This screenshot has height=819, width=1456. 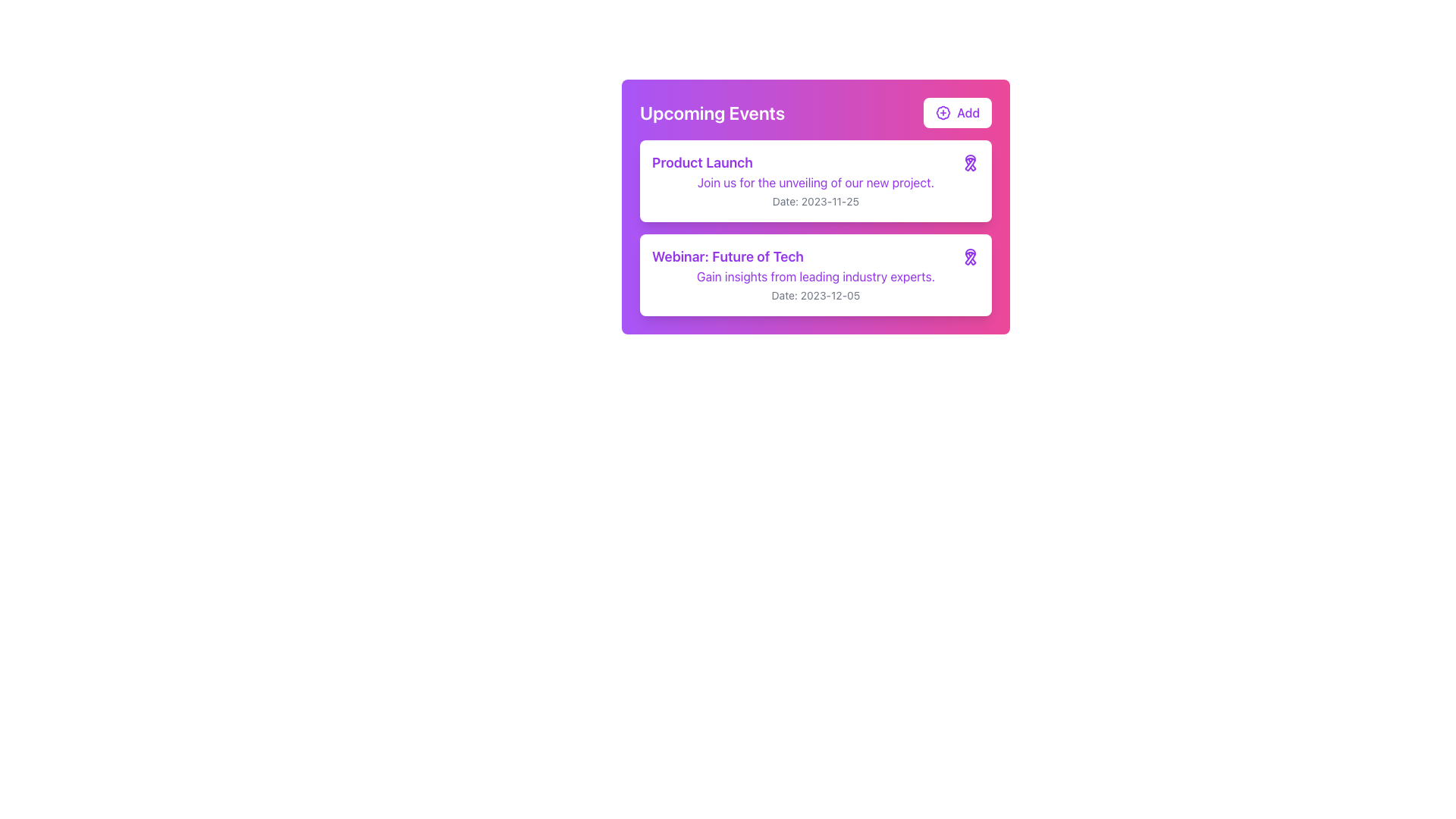 What do you see at coordinates (814, 180) in the screenshot?
I see `the first Static informational card titled 'Product Launch' in the 'Upcoming Events' section, which features a white background, purple text, and a ribbon icon on the right` at bounding box center [814, 180].